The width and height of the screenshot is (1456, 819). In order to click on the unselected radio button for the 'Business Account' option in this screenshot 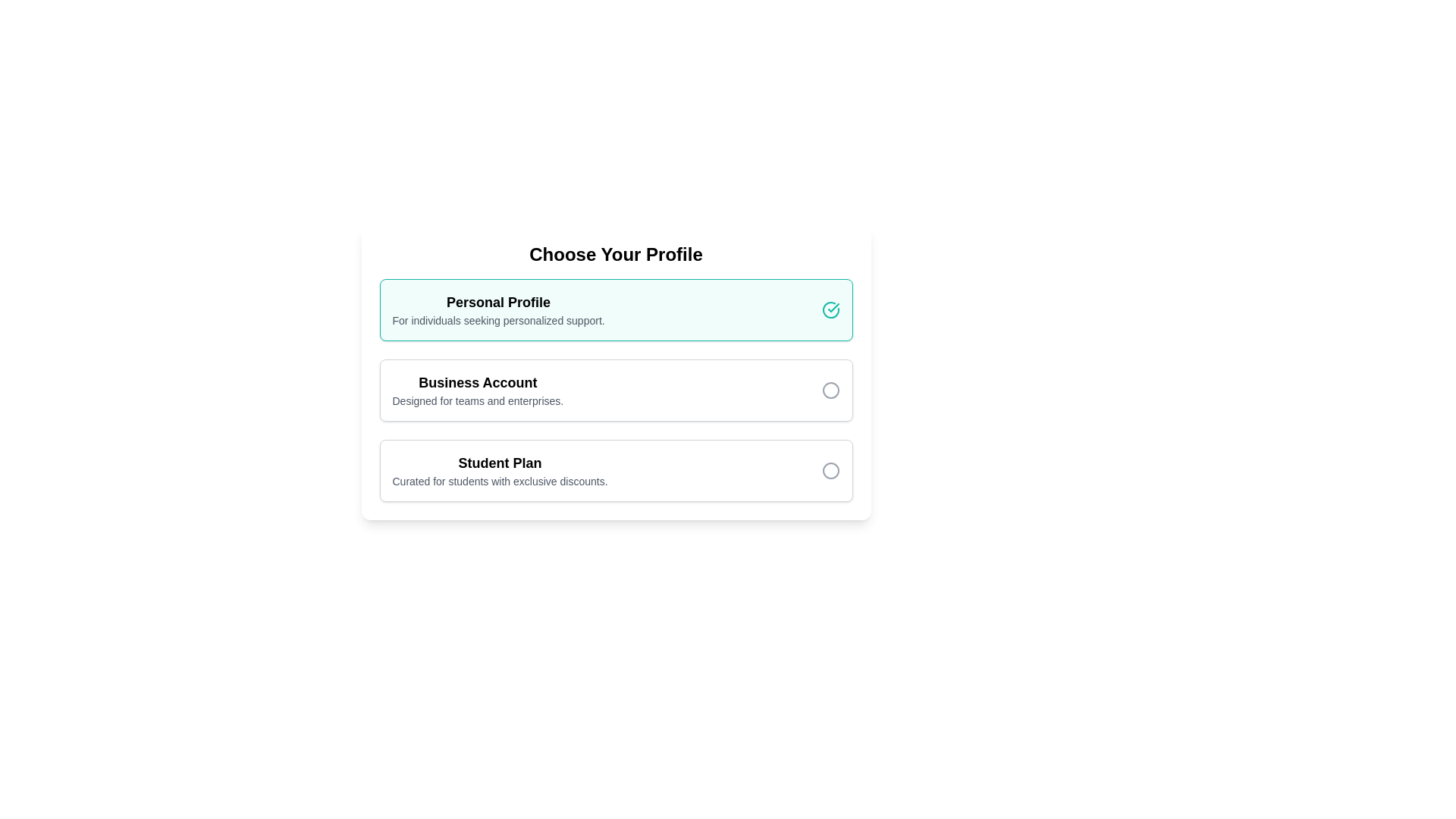, I will do `click(830, 390)`.